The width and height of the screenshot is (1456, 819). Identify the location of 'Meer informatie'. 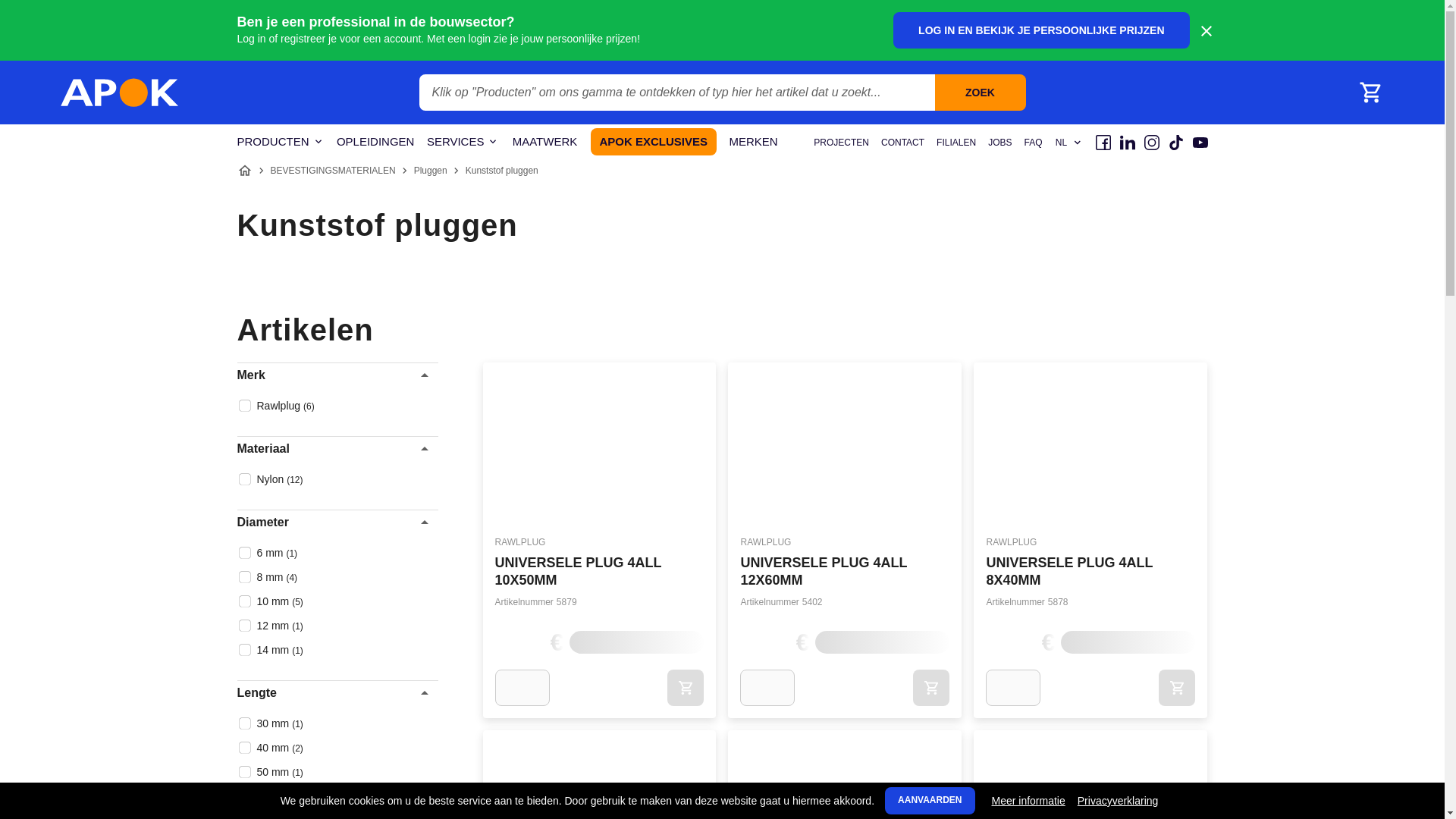
(992, 800).